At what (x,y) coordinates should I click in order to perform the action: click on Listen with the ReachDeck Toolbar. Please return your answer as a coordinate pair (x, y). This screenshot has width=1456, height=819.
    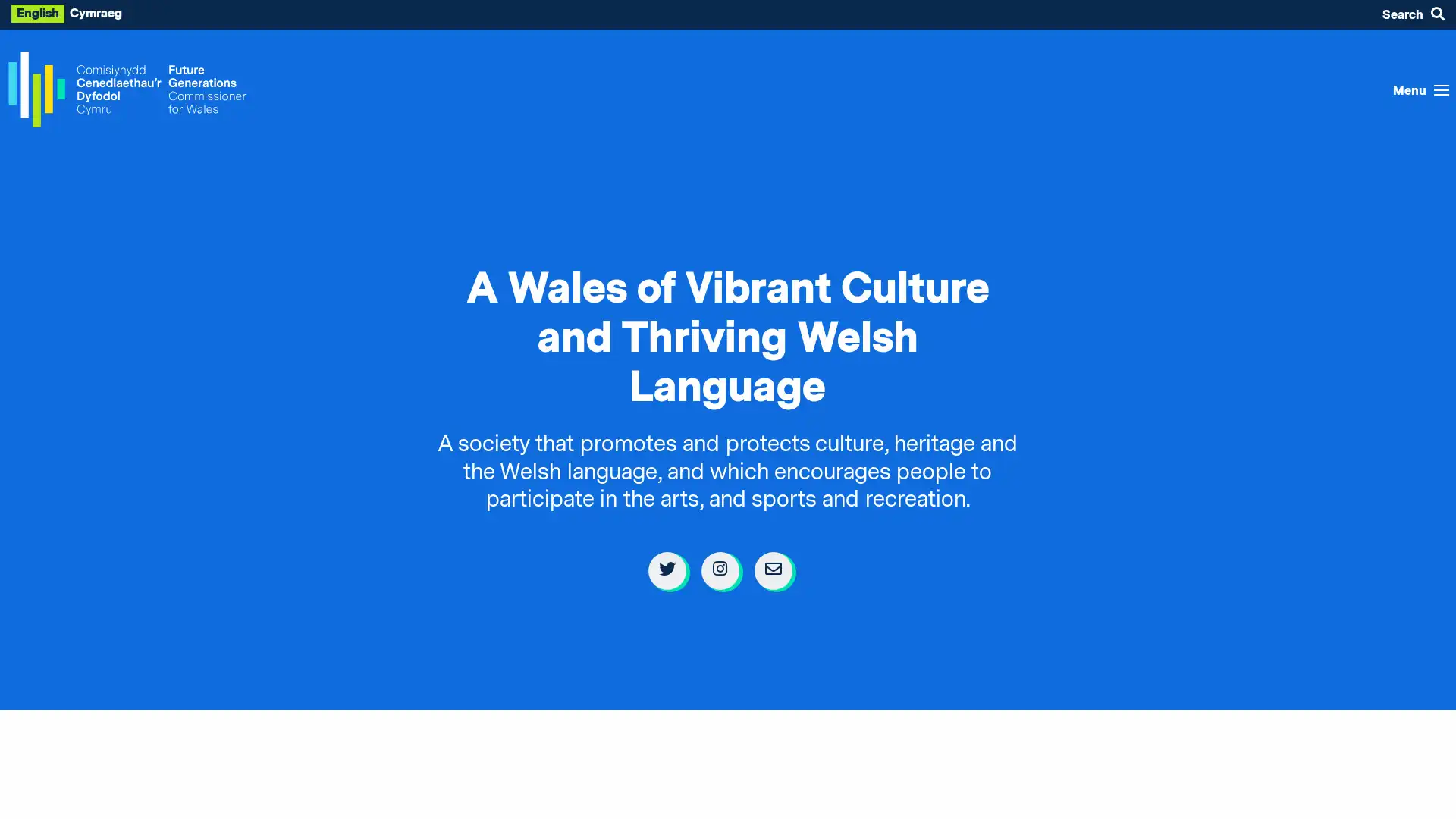
    Looking at the image, I should click on (1415, 781).